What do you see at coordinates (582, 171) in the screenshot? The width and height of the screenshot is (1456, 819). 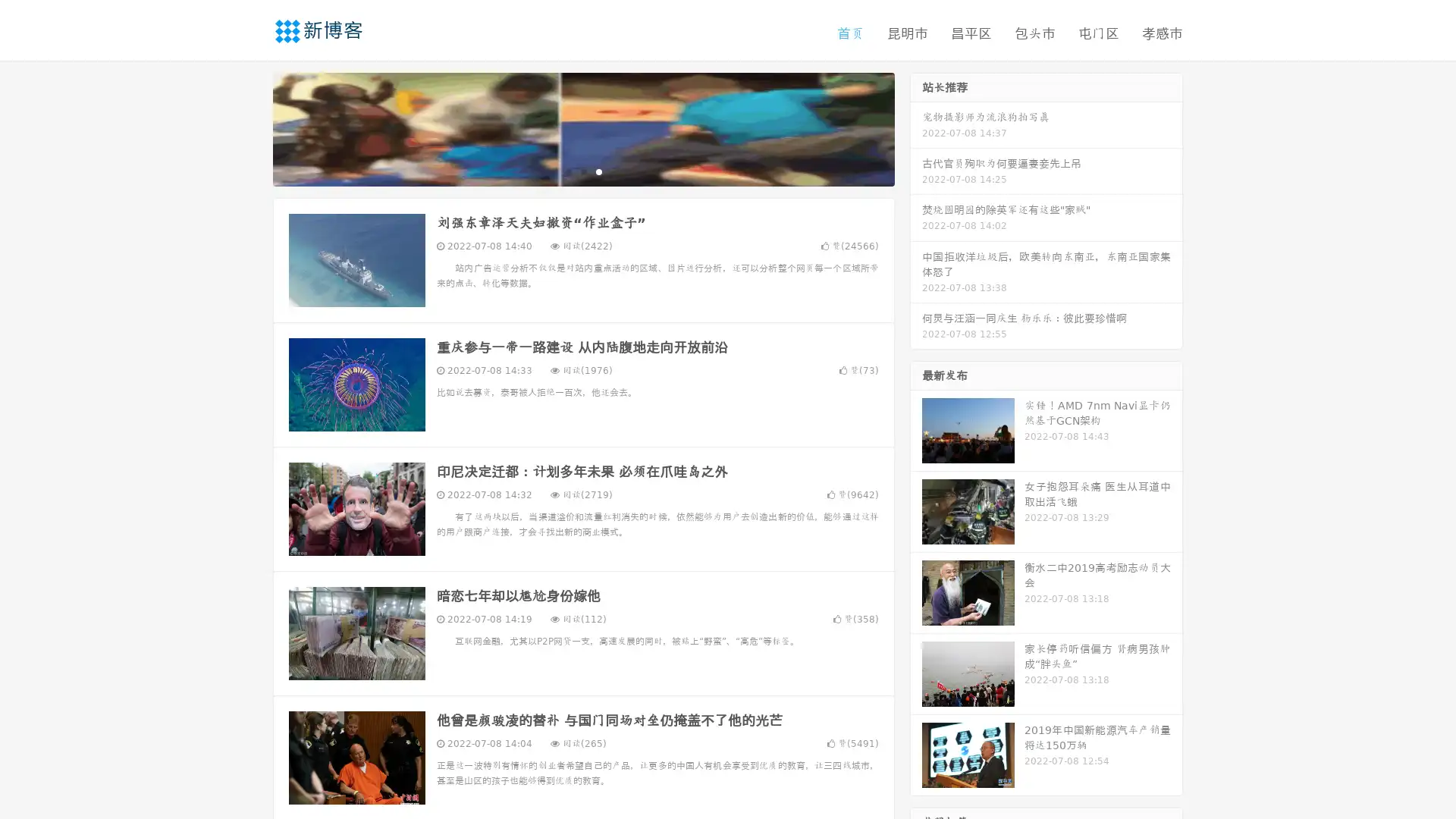 I see `Go to slide 2` at bounding box center [582, 171].